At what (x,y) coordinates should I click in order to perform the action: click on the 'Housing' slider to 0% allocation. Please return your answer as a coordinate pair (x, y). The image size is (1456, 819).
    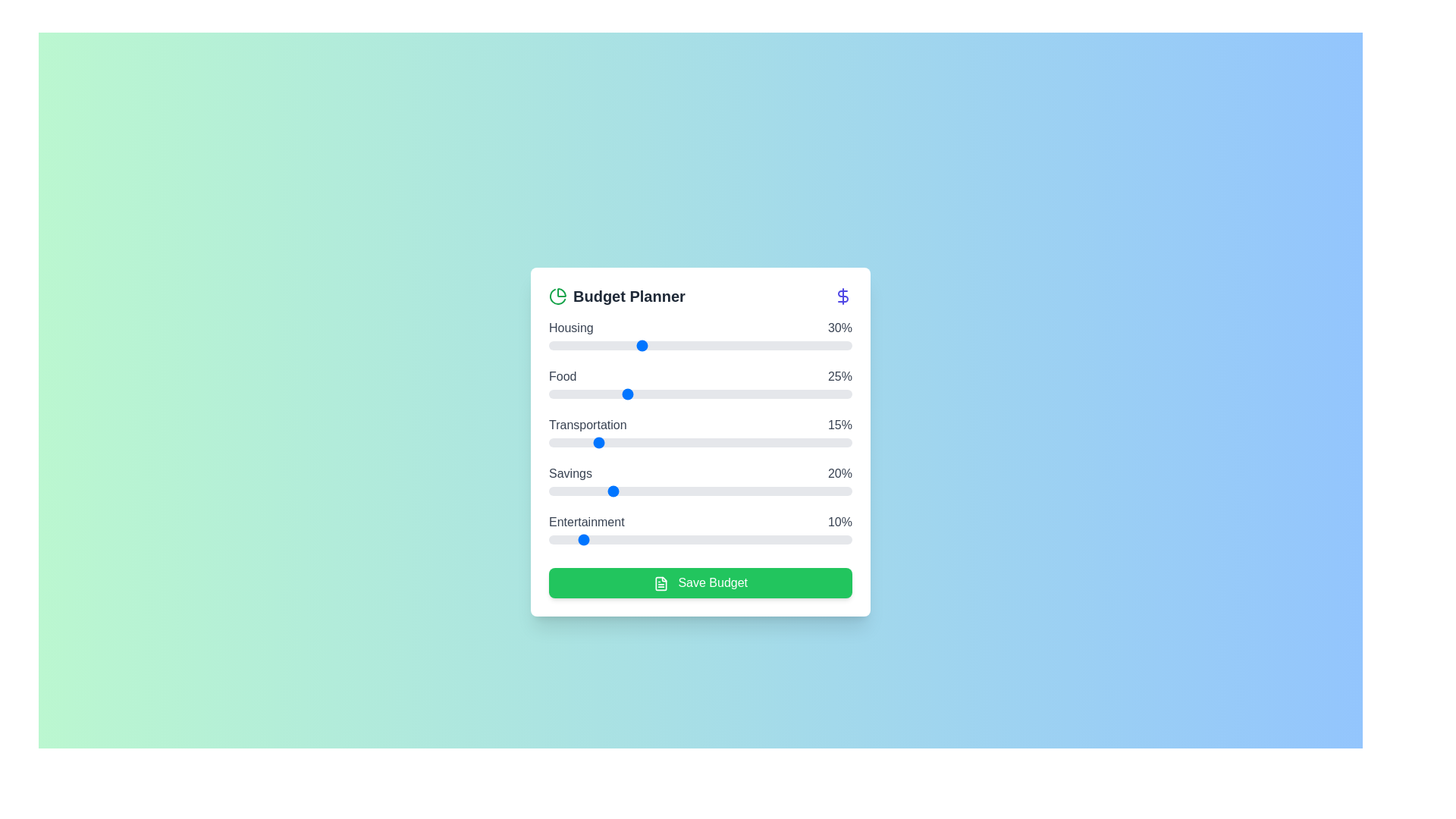
    Looking at the image, I should click on (548, 345).